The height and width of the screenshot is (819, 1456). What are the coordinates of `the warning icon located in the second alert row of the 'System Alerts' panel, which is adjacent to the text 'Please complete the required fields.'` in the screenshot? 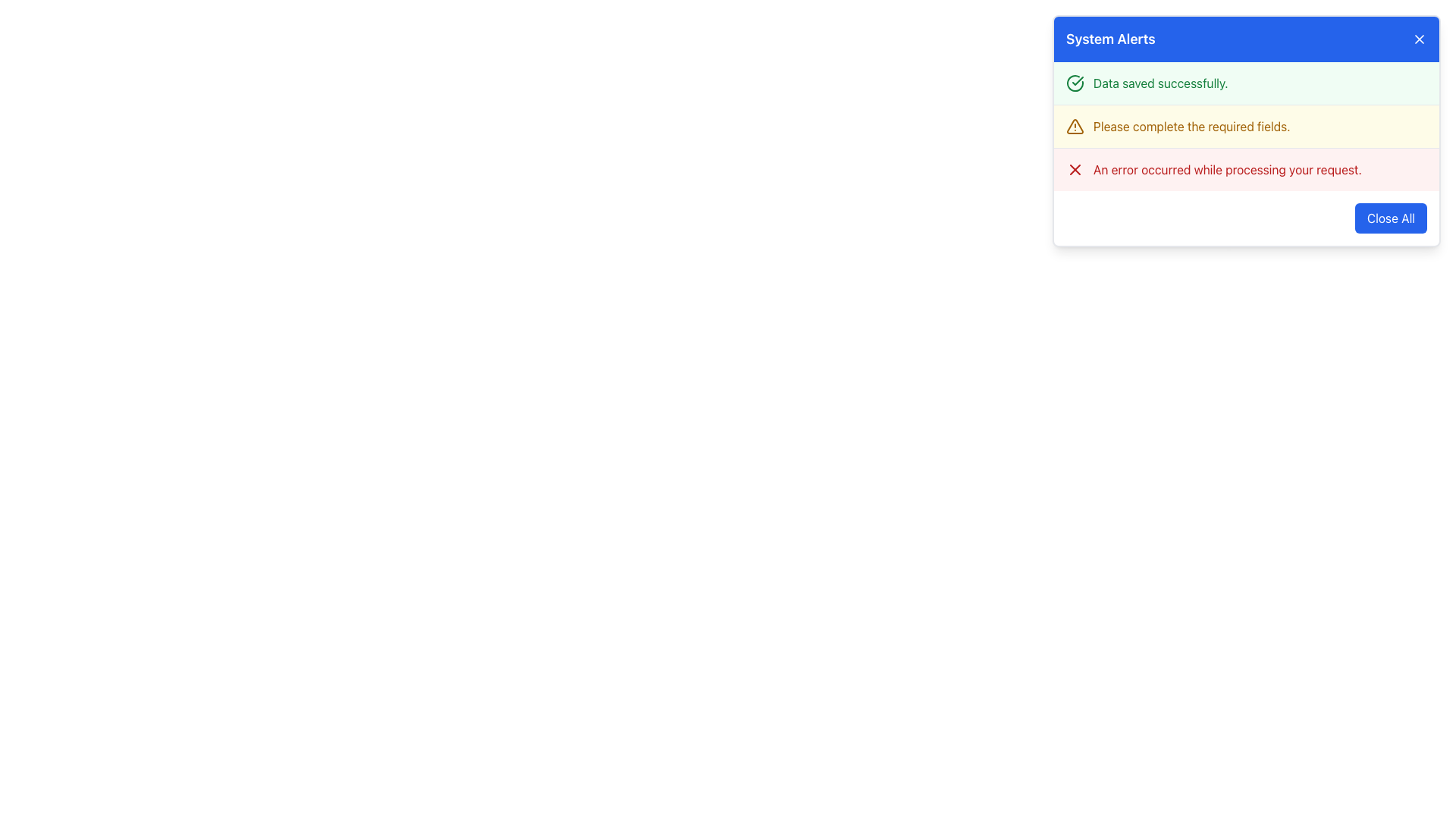 It's located at (1074, 125).